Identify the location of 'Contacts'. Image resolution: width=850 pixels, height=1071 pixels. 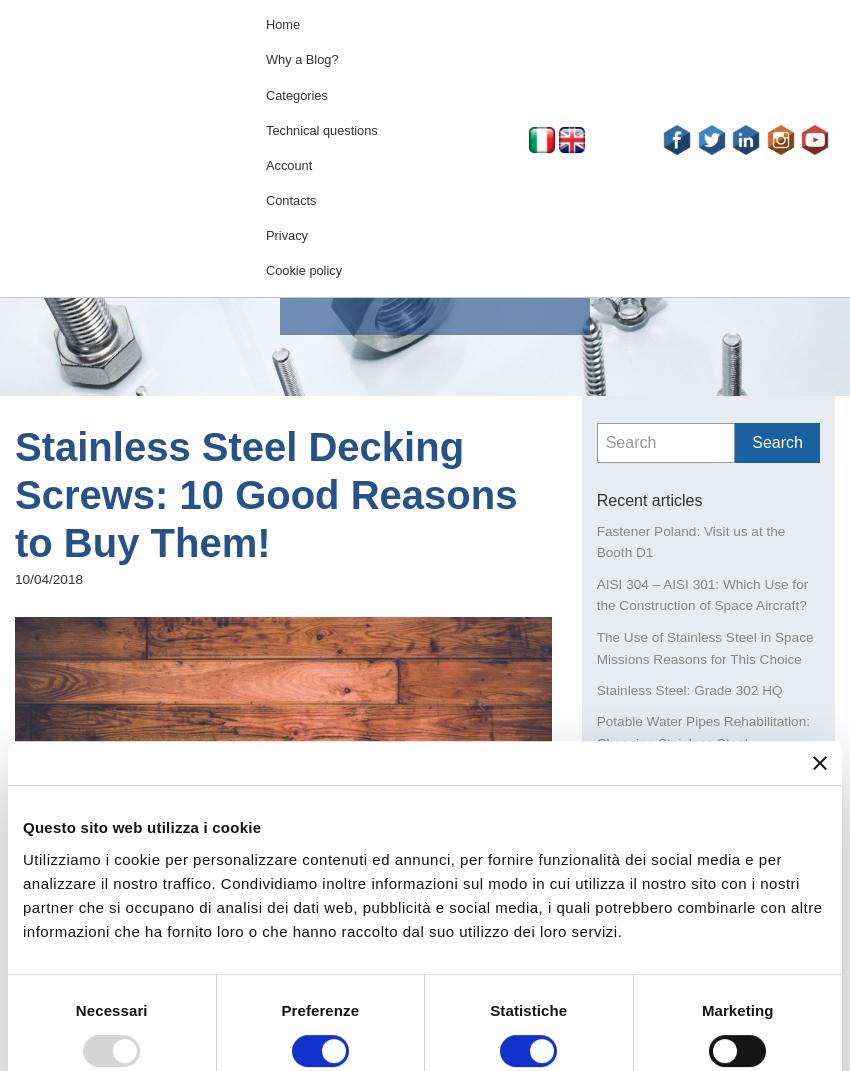
(290, 199).